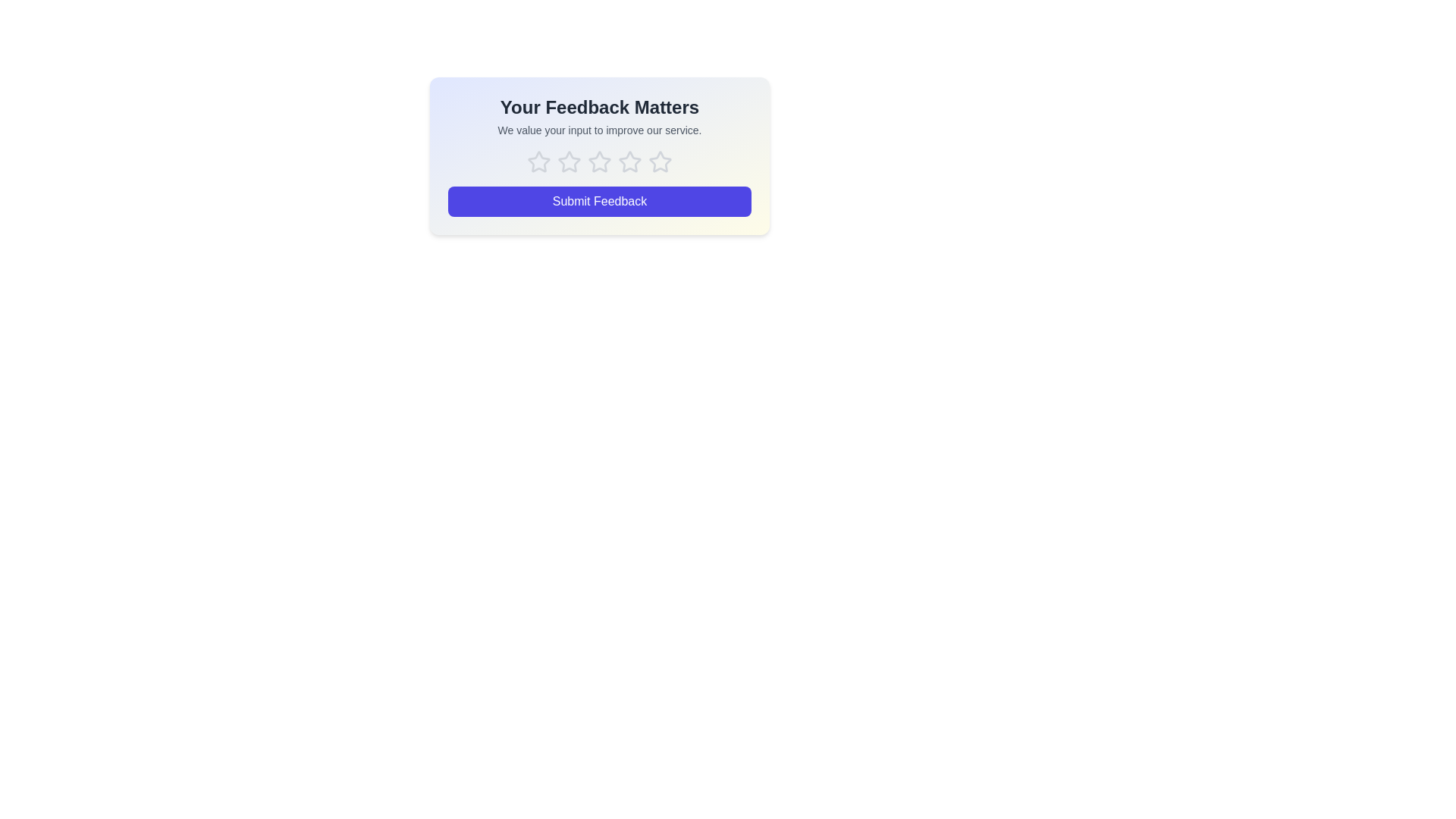 This screenshot has height=819, width=1456. Describe the element at coordinates (538, 162) in the screenshot. I see `the leftmost star icon in the rating system` at that location.